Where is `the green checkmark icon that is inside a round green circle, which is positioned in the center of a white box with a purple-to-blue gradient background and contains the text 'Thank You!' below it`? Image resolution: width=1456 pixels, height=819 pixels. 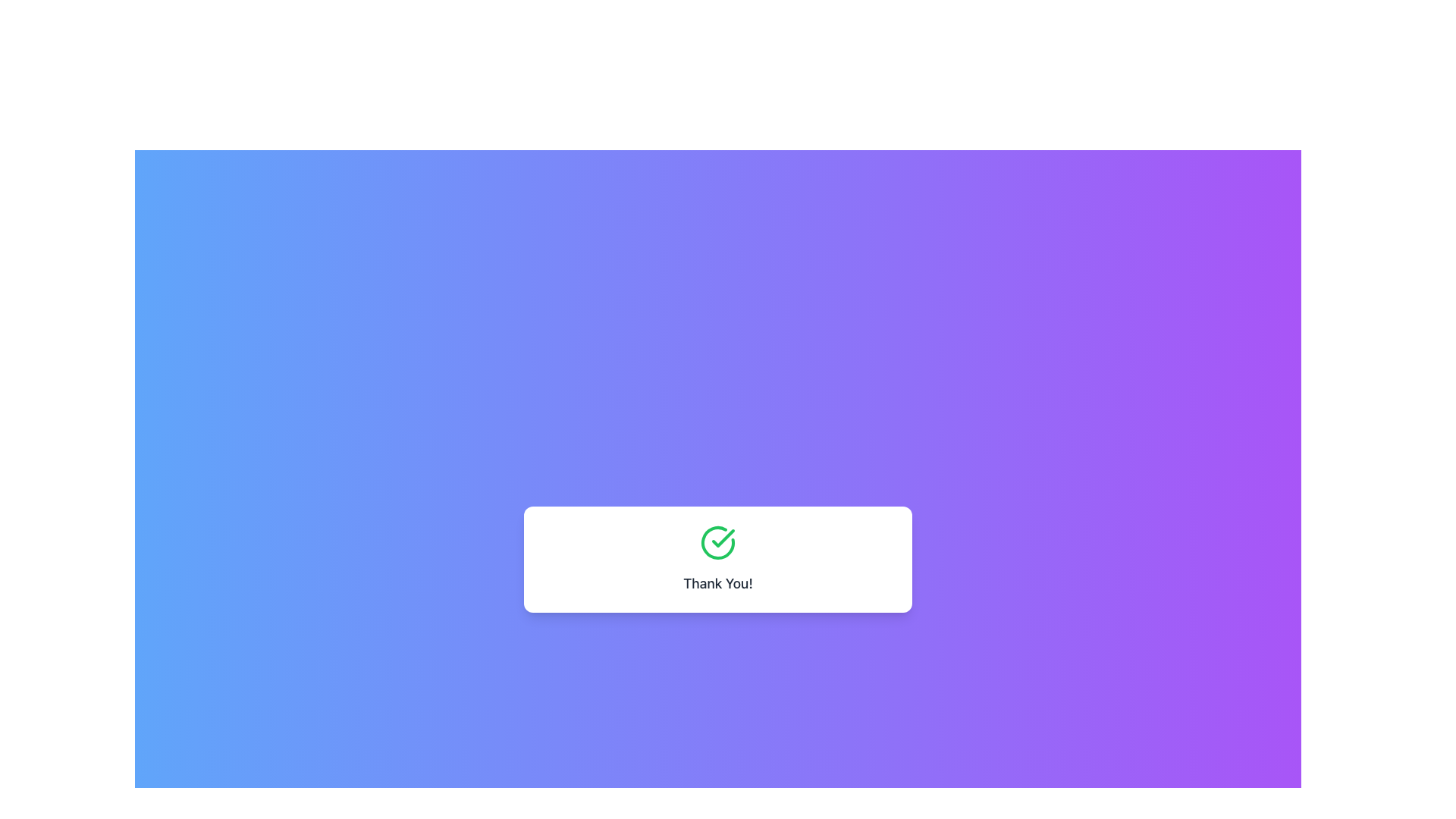 the green checkmark icon that is inside a round green circle, which is positioned in the center of a white box with a purple-to-blue gradient background and contains the text 'Thank You!' below it is located at coordinates (717, 542).